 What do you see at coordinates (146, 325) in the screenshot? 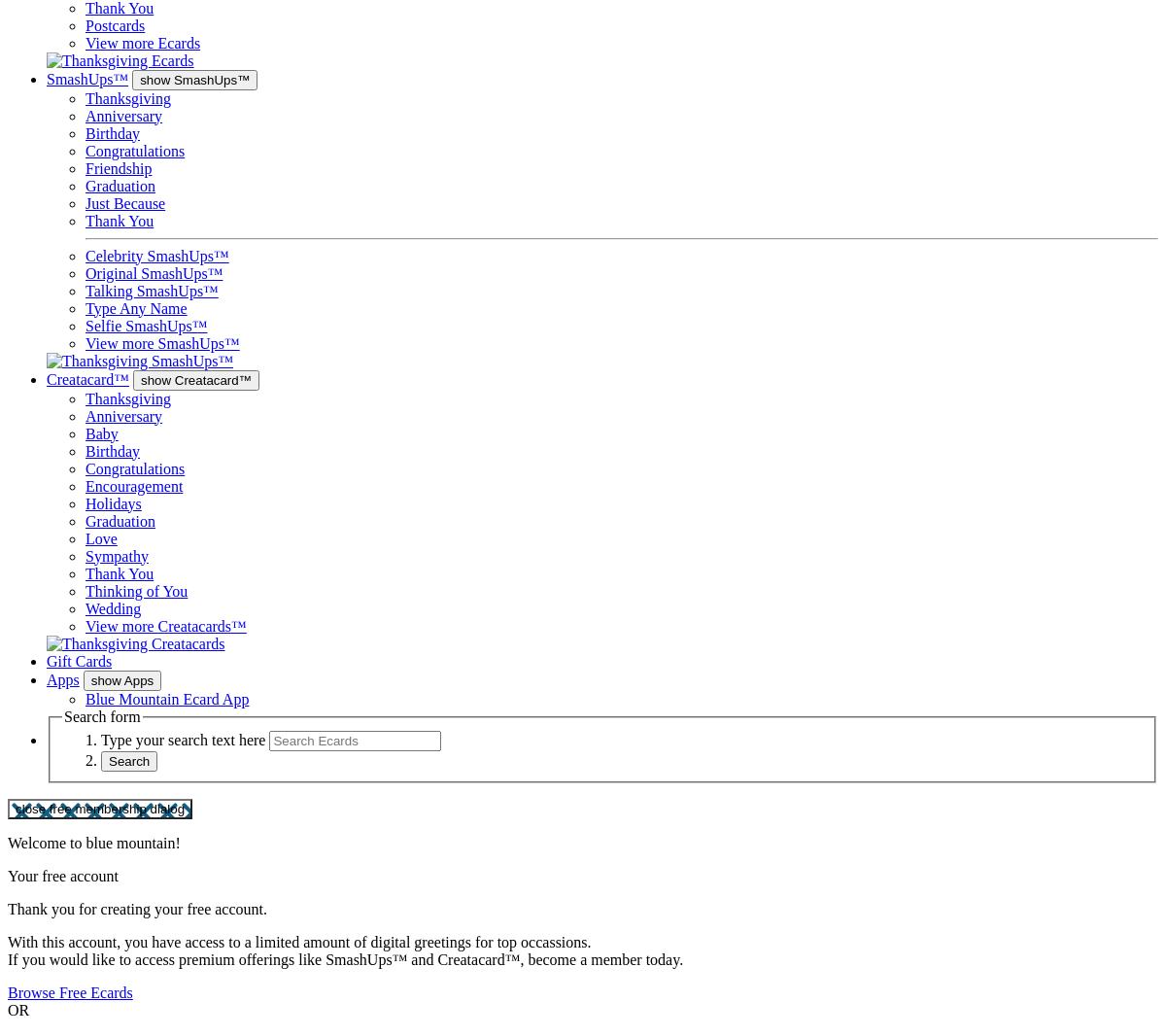
I see `'Selfie SmashUps™'` at bounding box center [146, 325].